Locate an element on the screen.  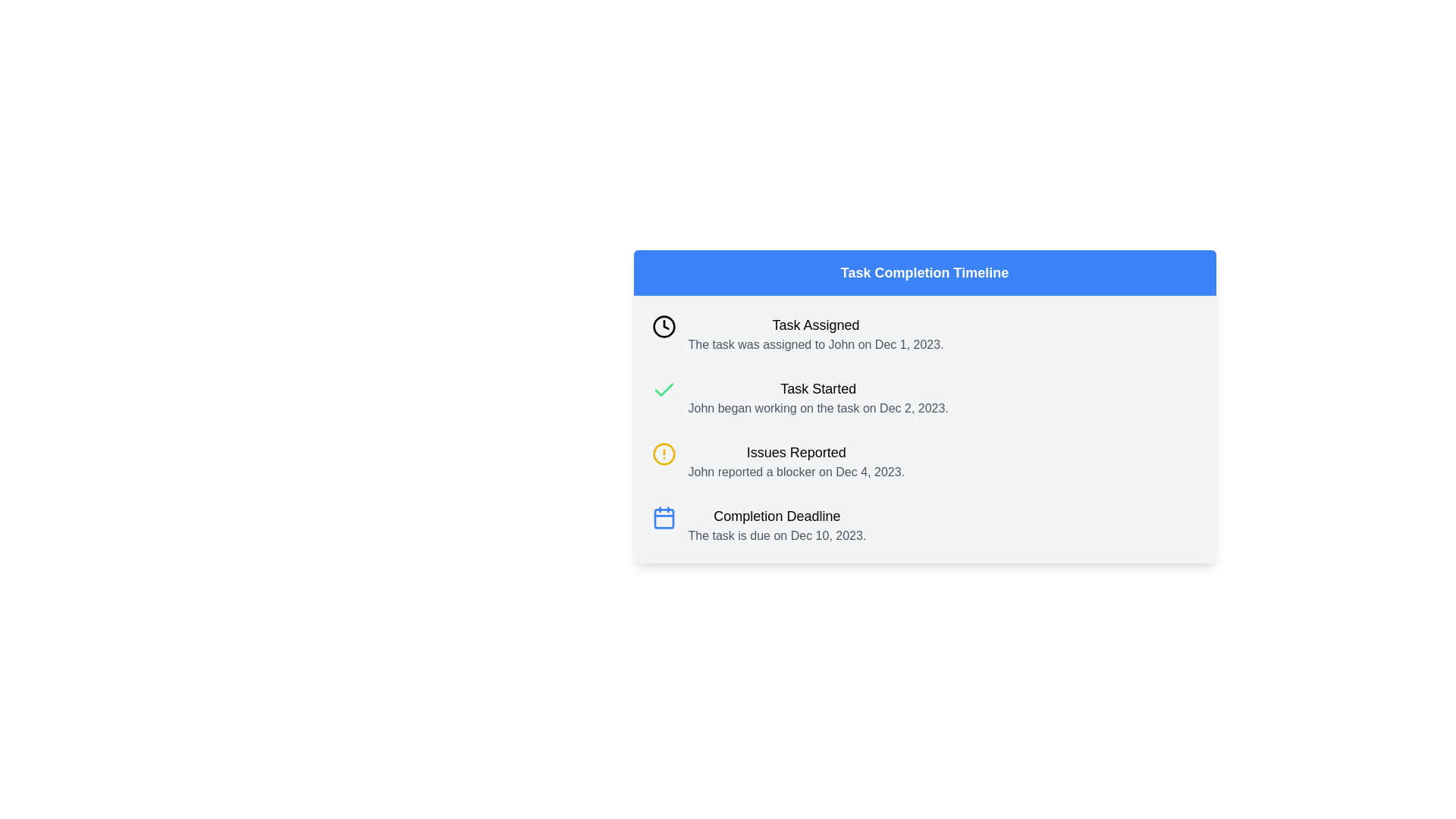
the blue-outlined calendar icon with a white background located at the far left of the 'Completion Deadline' section is located at coordinates (664, 516).